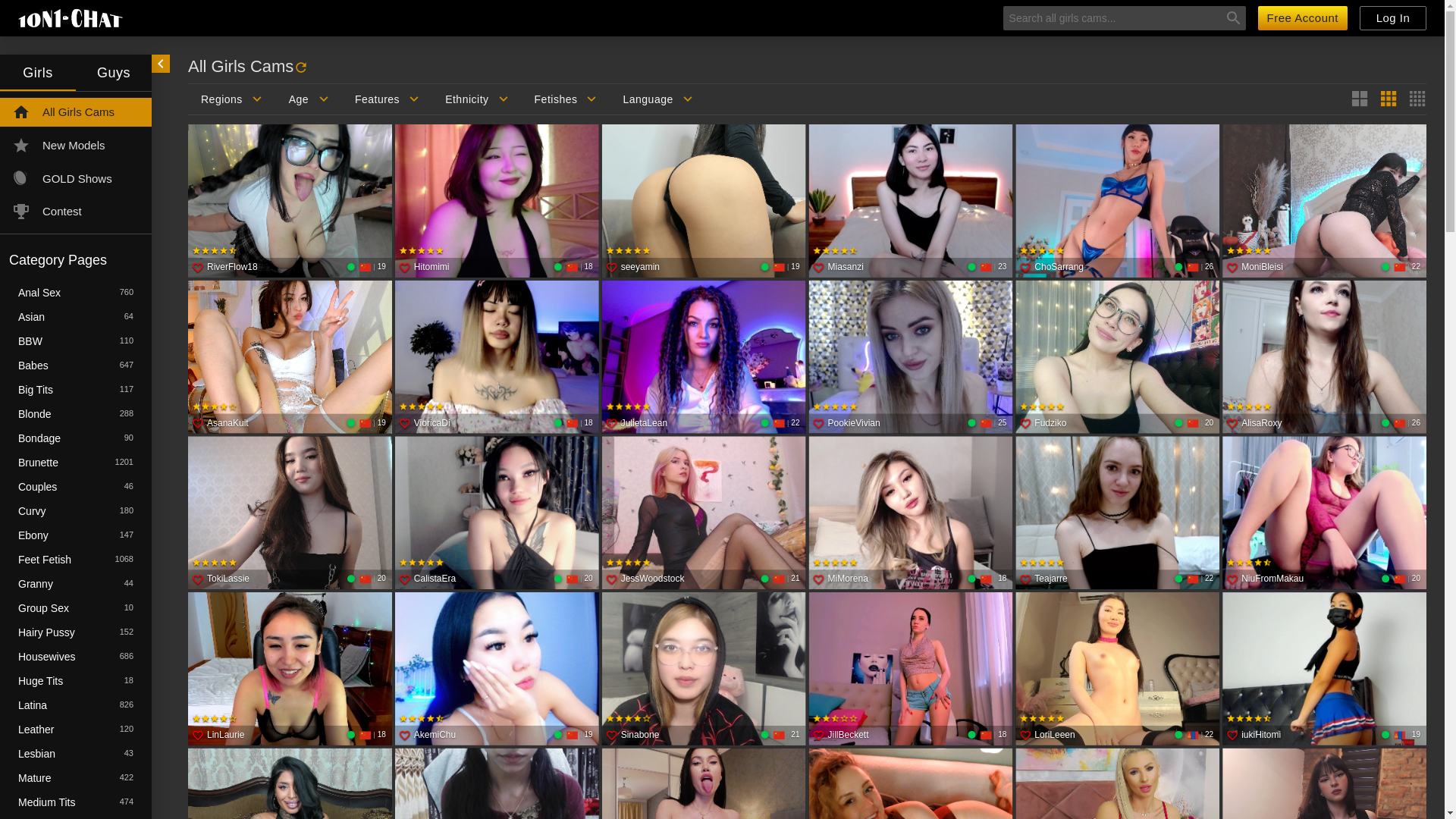 The image size is (1456, 819). What do you see at coordinates (37, 73) in the screenshot?
I see `'Girls'` at bounding box center [37, 73].